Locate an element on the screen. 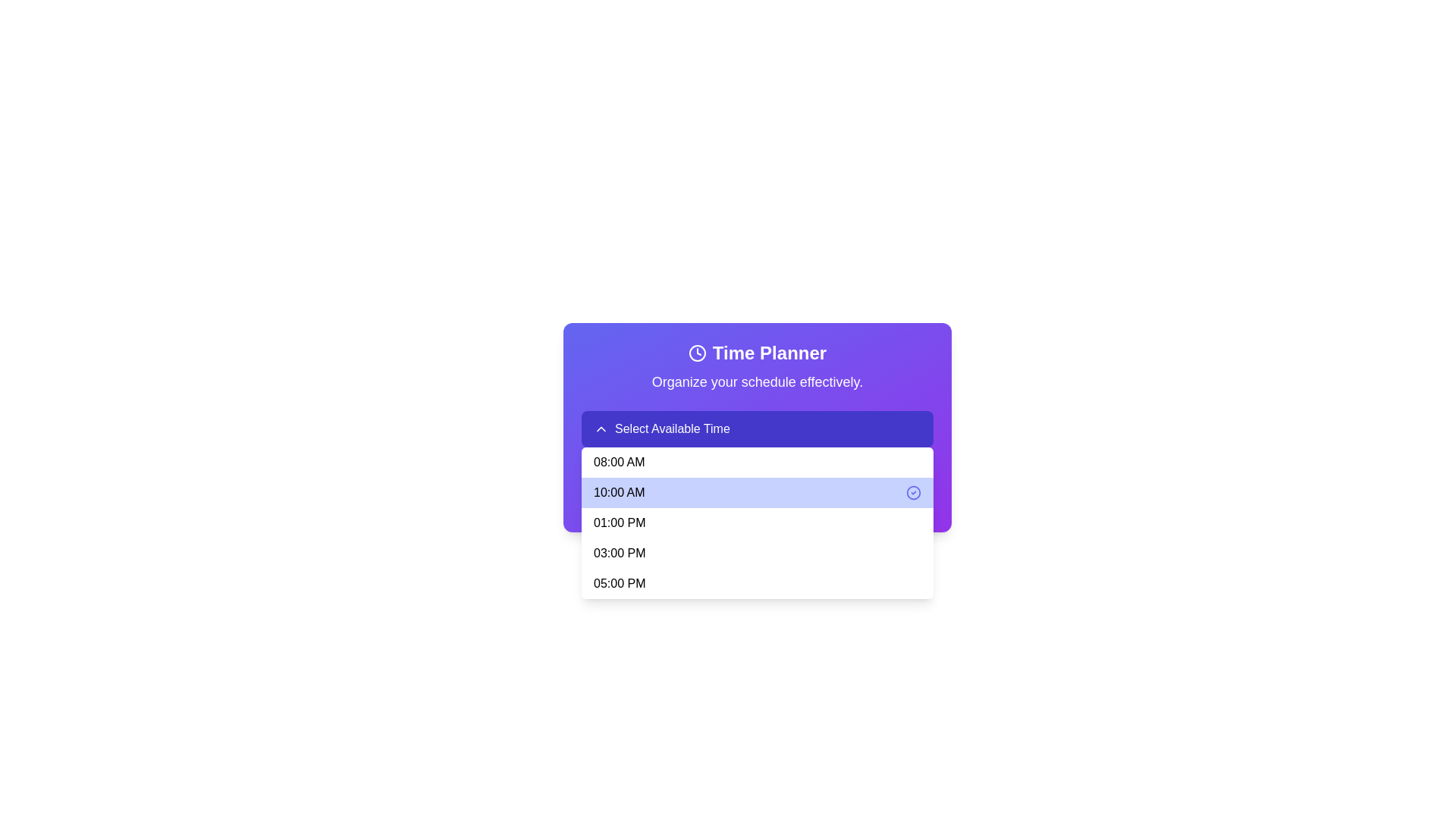 This screenshot has width=1456, height=819. the circle with a purple stroke that serves as the outer boundary of the clock icon, located at the top center of the interface, above the 'Time Planner' text is located at coordinates (696, 353).